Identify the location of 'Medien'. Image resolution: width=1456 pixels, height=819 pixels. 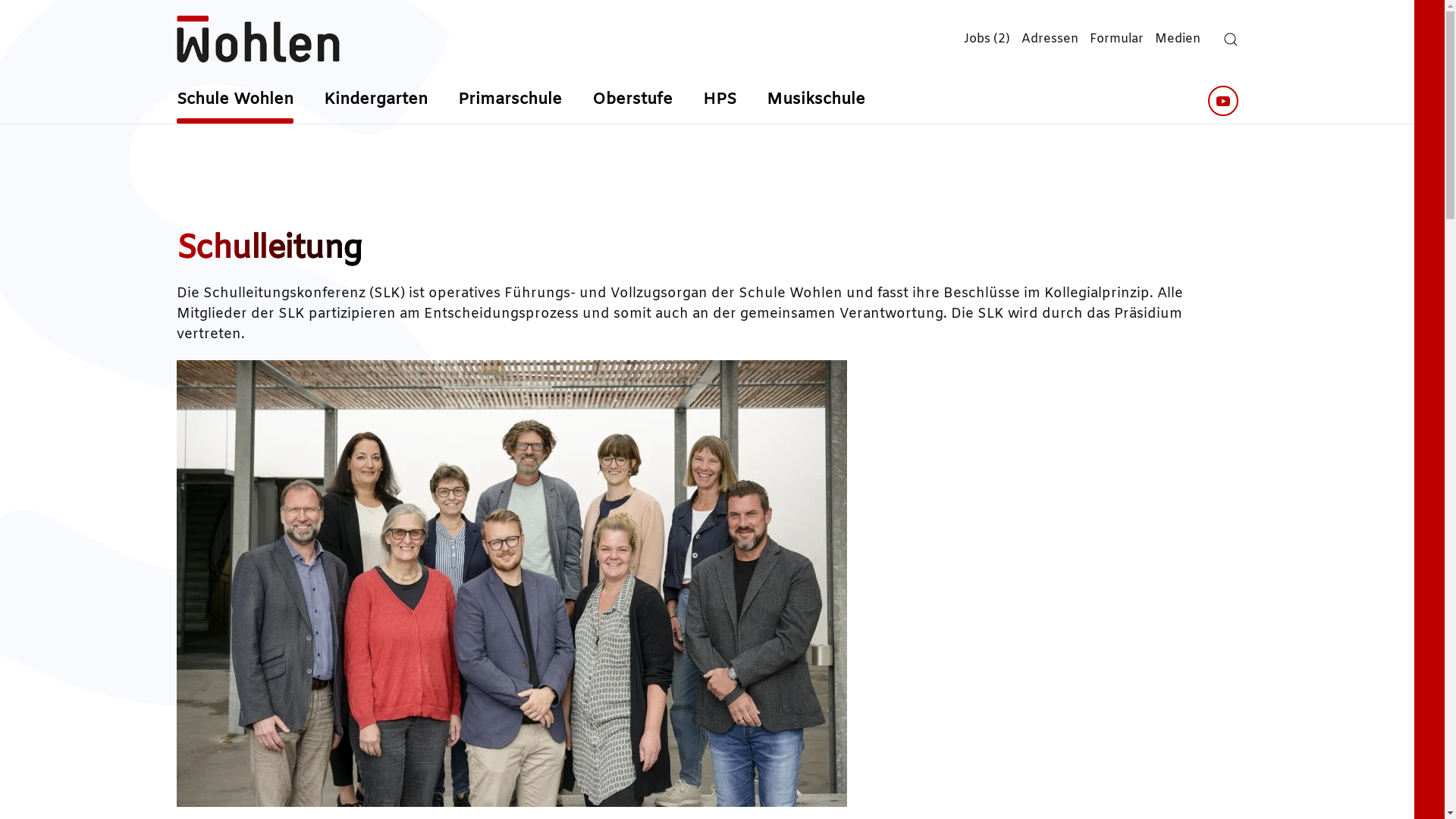
(1175, 38).